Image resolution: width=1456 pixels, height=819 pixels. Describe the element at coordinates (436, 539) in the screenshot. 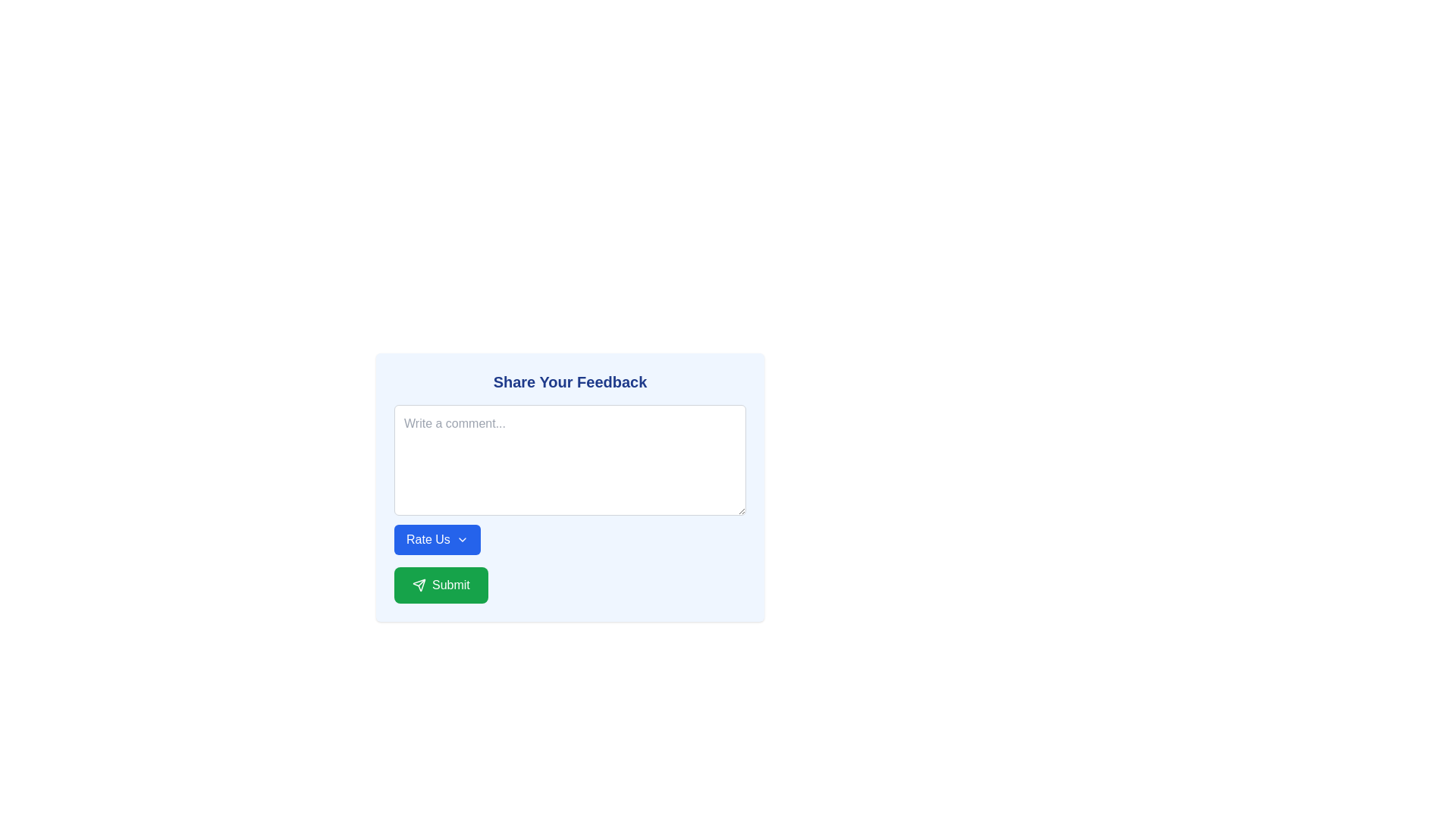

I see `the button that opens a dropdown menu for rating input in the 'Share Your Feedback' section of the feedback form interface` at that location.